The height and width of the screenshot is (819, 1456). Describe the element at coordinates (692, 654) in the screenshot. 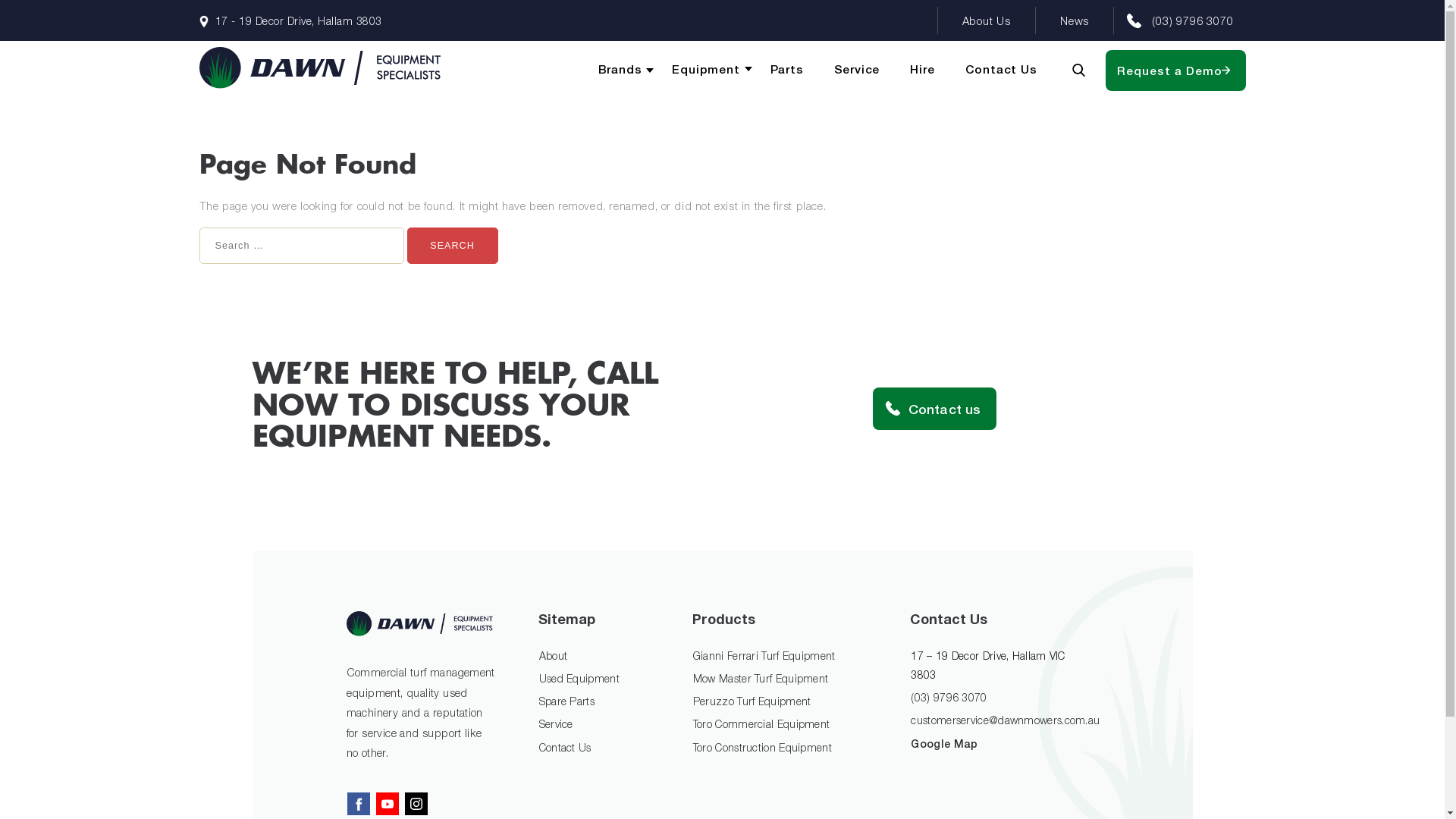

I see `'Gianni Ferrari Turf Equipment'` at that location.